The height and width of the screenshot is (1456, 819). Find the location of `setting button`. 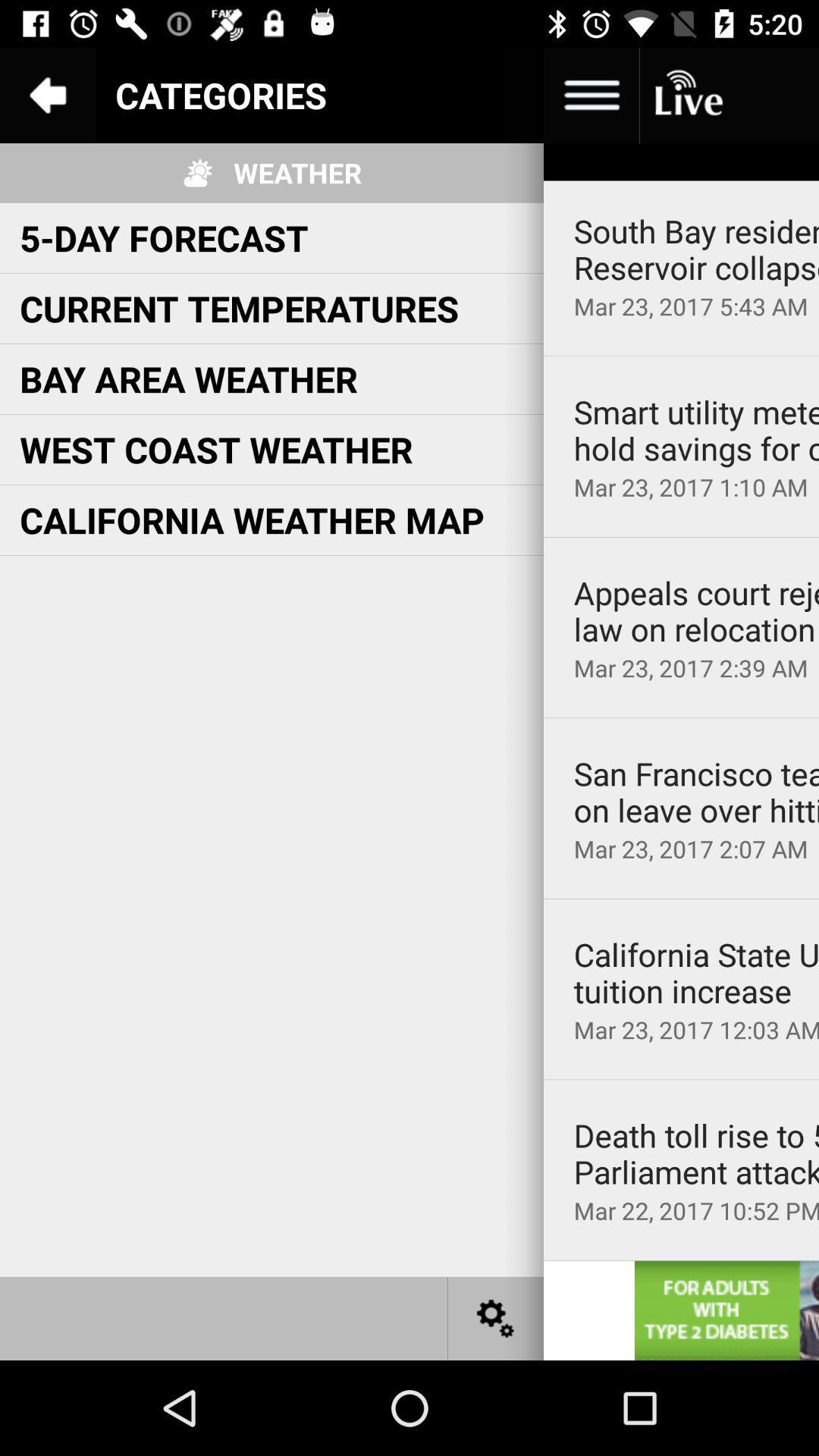

setting button is located at coordinates (496, 1317).